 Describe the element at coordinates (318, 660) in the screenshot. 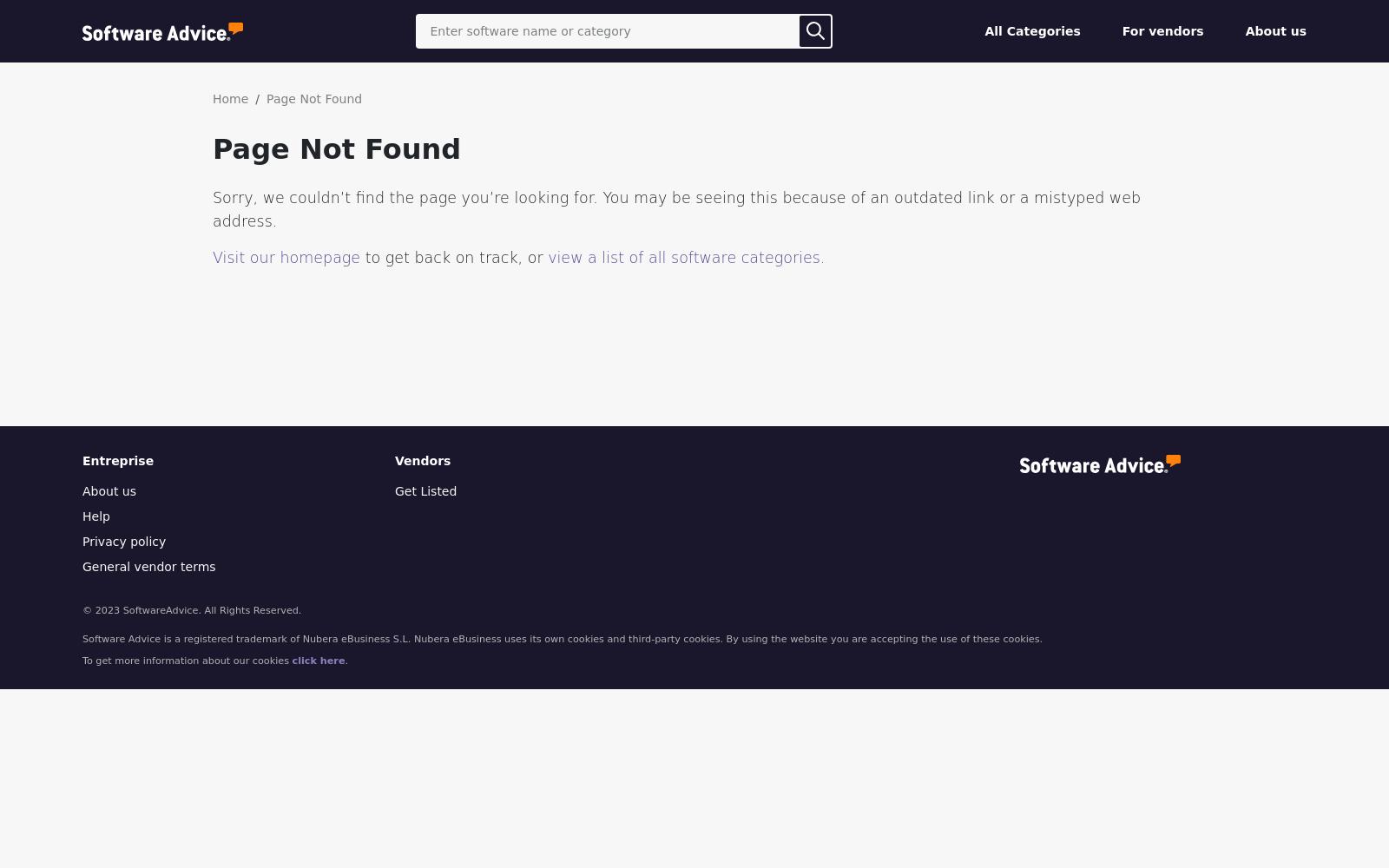

I see `'click here'` at that location.